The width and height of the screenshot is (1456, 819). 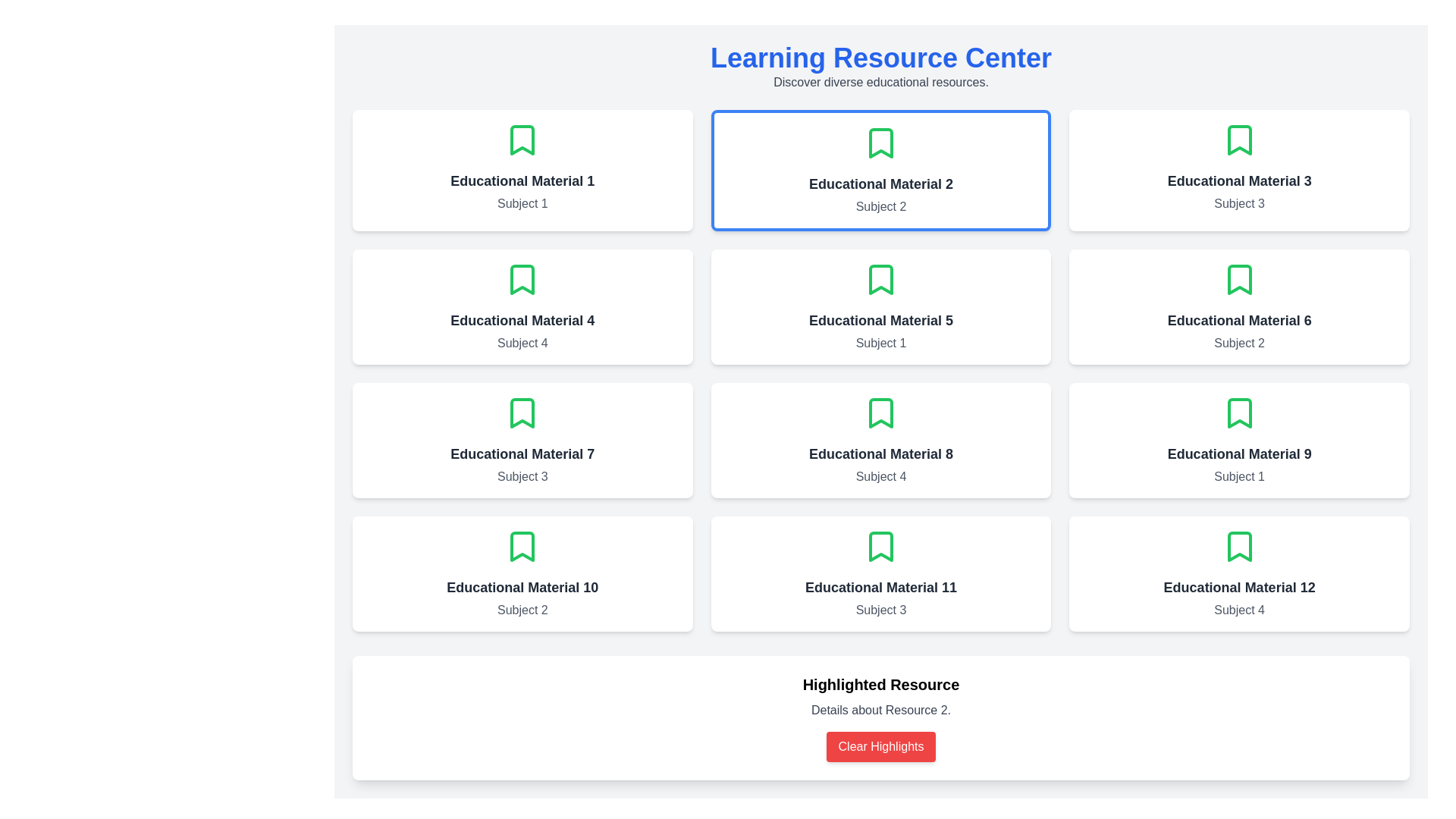 I want to click on text label located at the bottom of the educational material card in the third column of the second row, so click(x=880, y=343).